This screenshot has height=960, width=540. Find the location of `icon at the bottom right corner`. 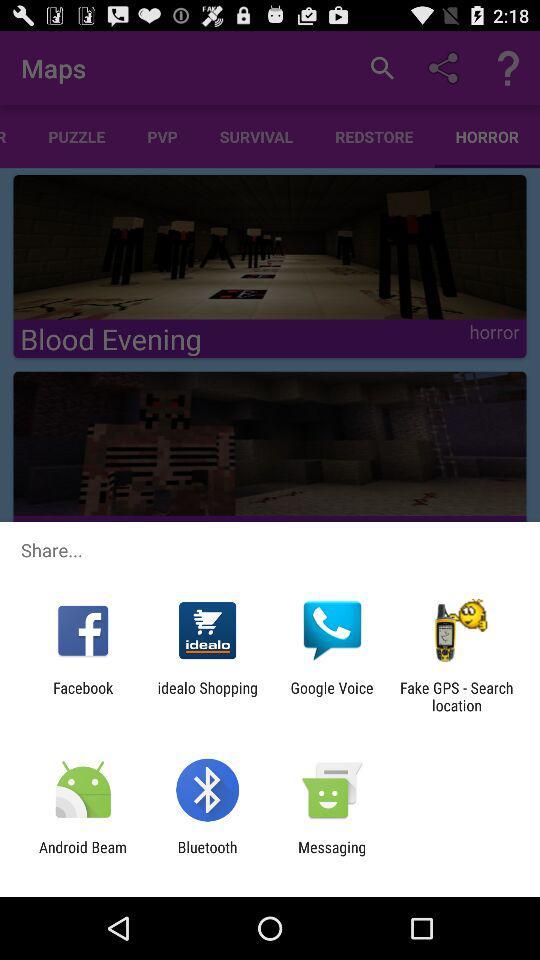

icon at the bottom right corner is located at coordinates (456, 696).